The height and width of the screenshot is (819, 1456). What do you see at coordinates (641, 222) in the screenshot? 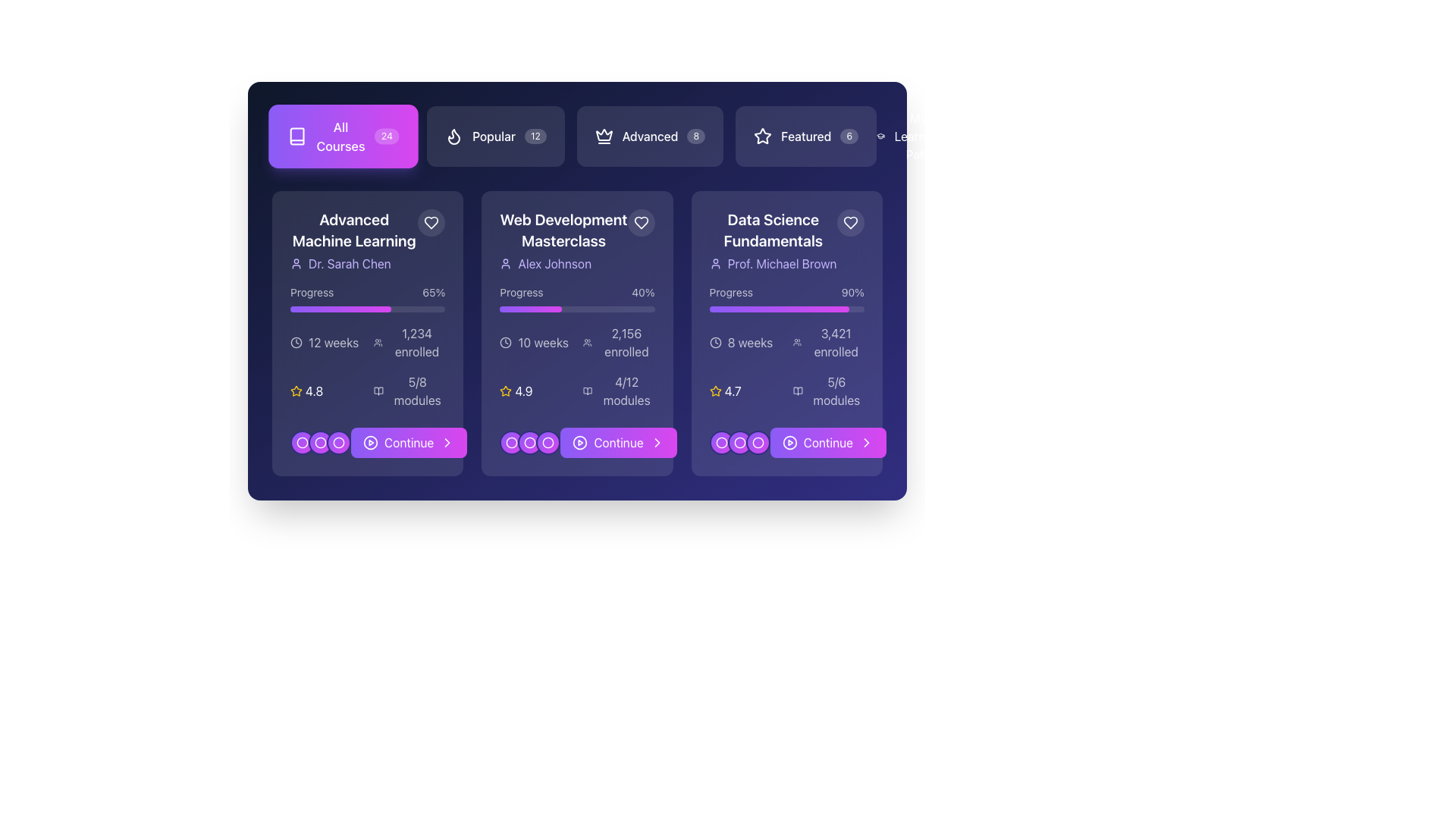
I see `the rounded circular button with a heart icon located in the upper-right corner of the 'Web Development Masterclass' card` at bounding box center [641, 222].